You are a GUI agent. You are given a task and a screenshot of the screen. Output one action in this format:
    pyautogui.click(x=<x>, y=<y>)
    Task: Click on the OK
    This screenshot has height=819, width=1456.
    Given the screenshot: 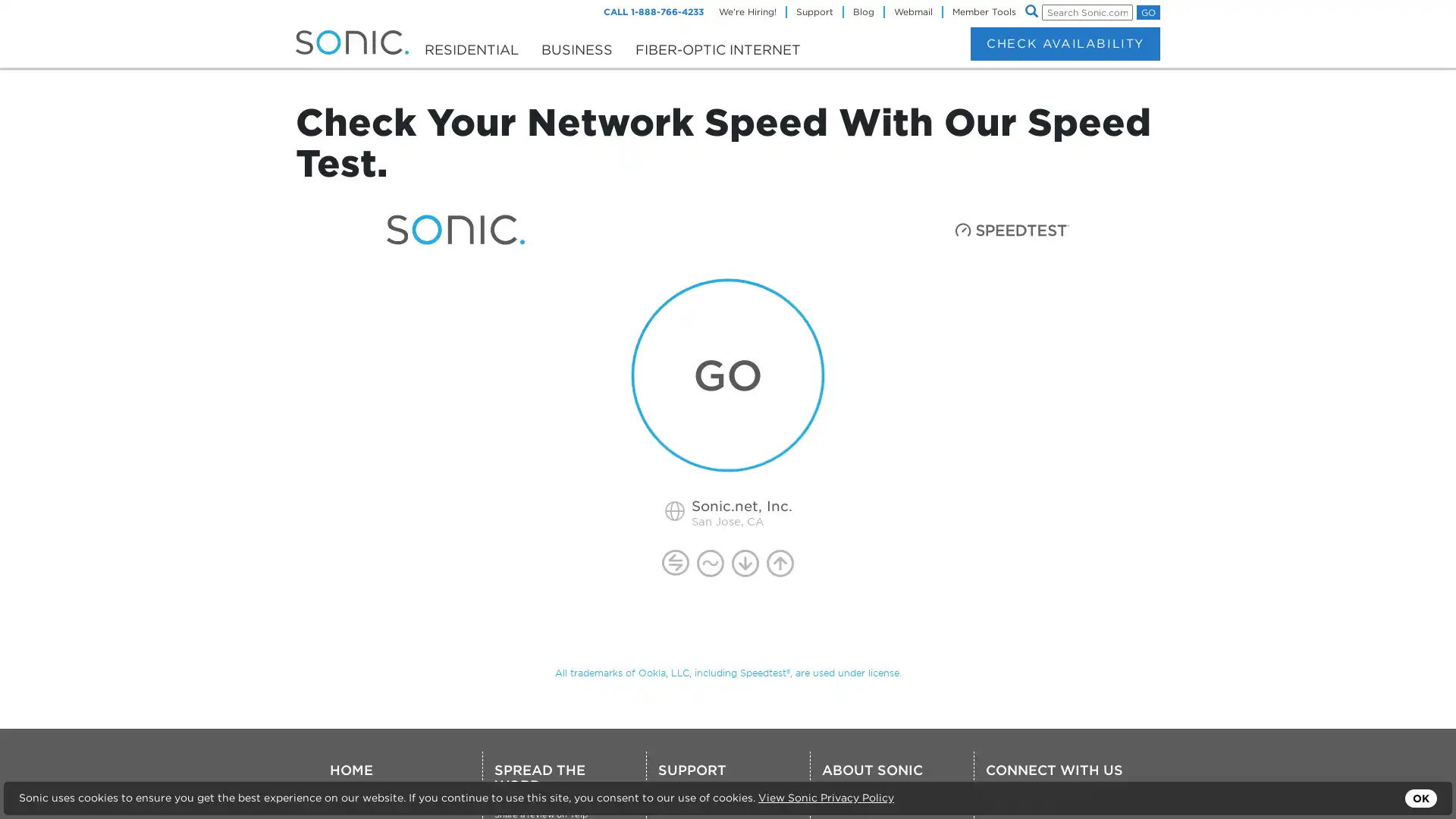 What is the action you would take?
    pyautogui.click(x=1420, y=798)
    